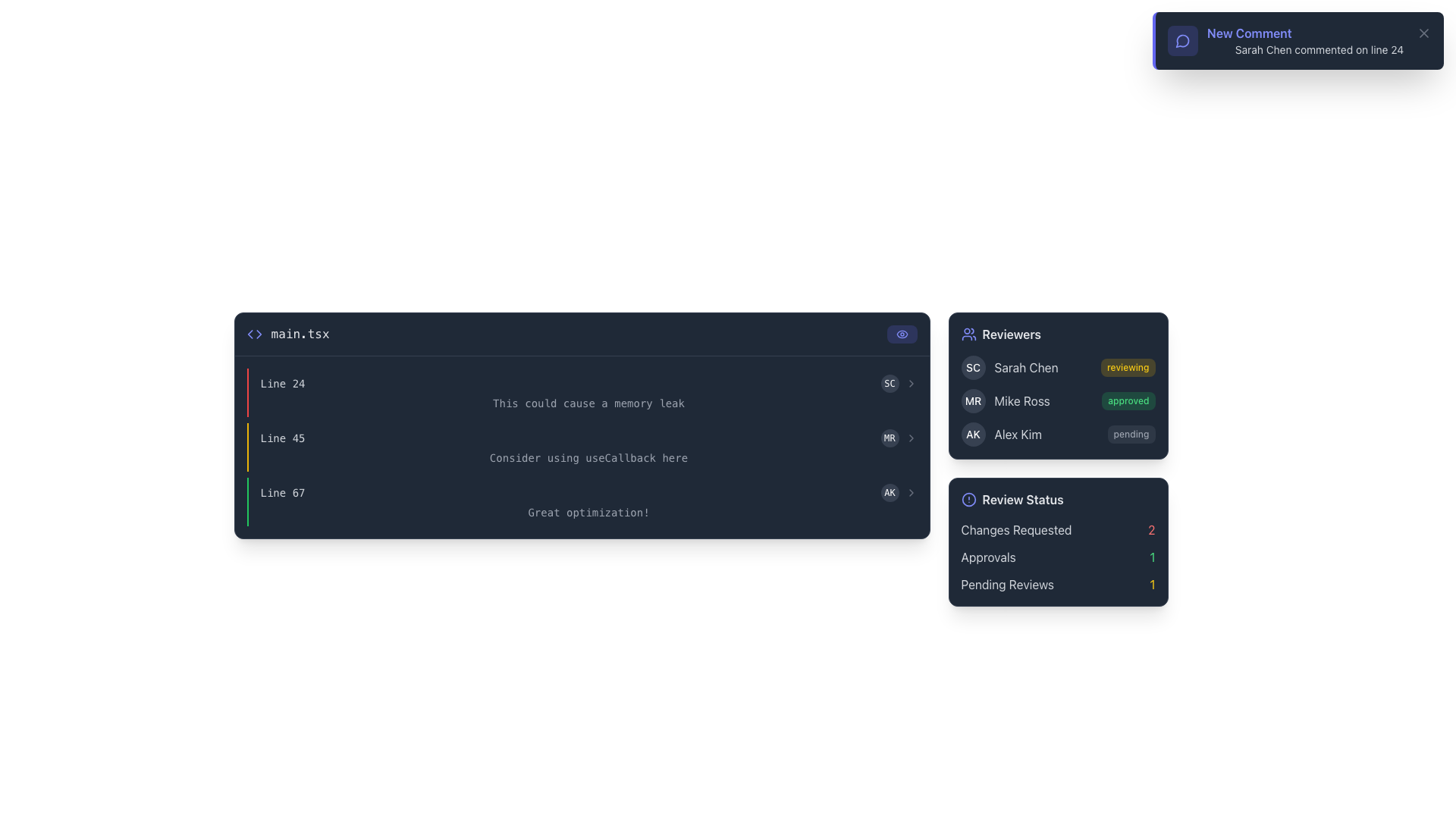 The height and width of the screenshot is (819, 1456). I want to click on the Status badge indicating 'approved' for reviewer 'Mike Ross' located in the 'Reviewers' panel, positioned to the right of his initials 'MR', so click(1128, 400).